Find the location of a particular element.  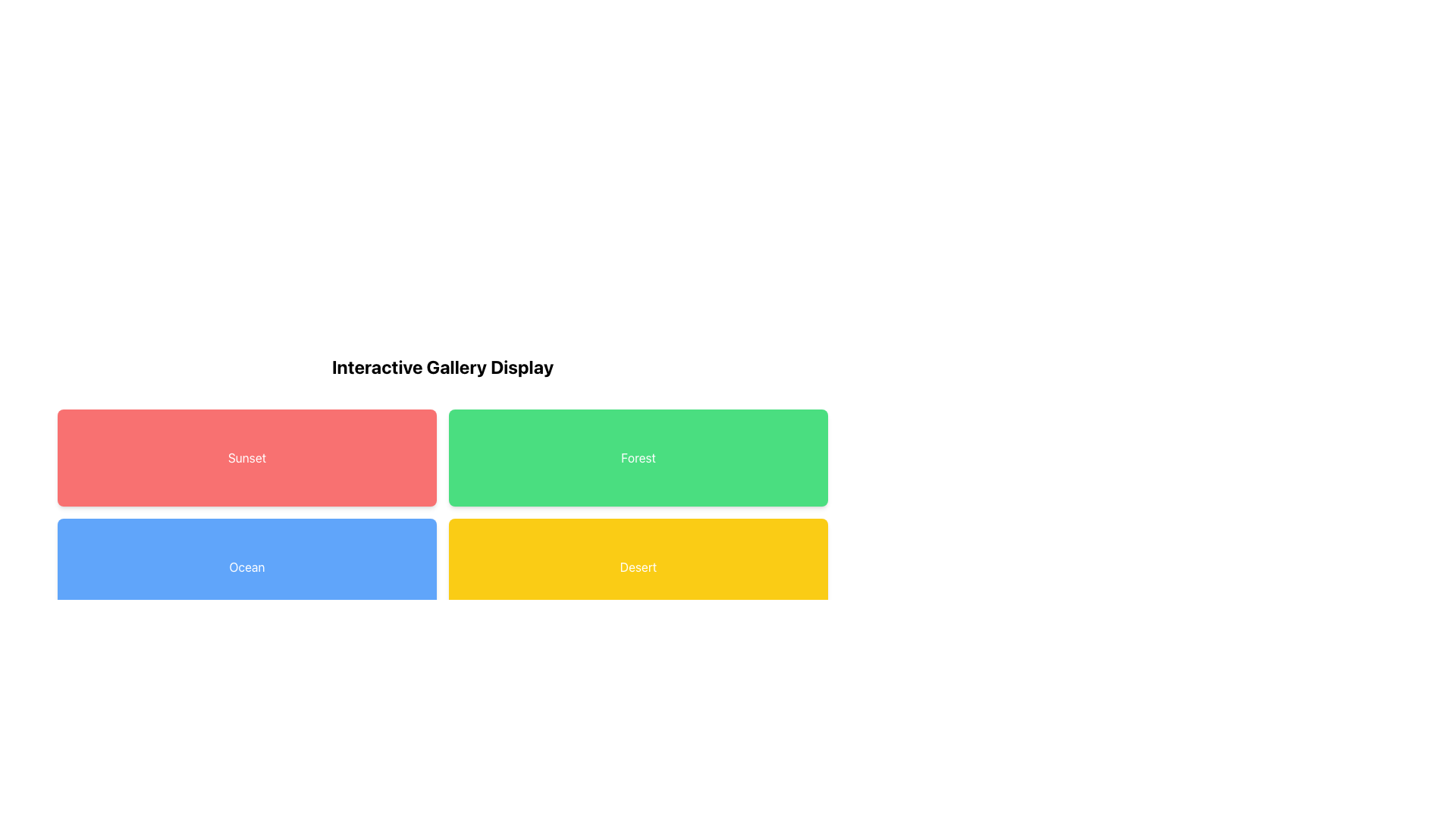

text label 'Sunset' on the red rectangular button with rounded corners located in the top-left of the grid layout is located at coordinates (247, 457).